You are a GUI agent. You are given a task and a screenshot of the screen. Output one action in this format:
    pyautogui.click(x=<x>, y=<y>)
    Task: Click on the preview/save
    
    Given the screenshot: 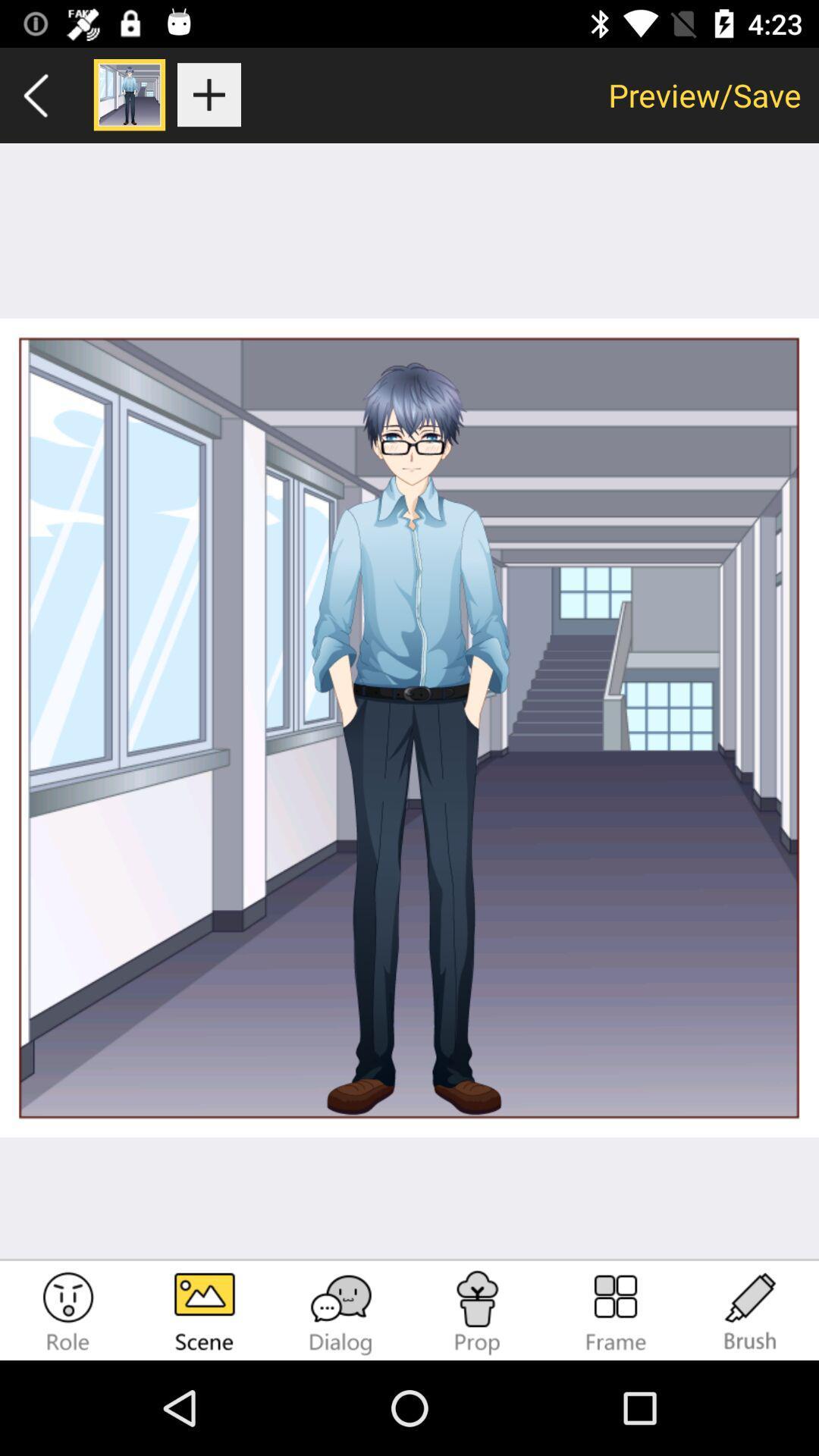 What is the action you would take?
    pyautogui.click(x=704, y=94)
    